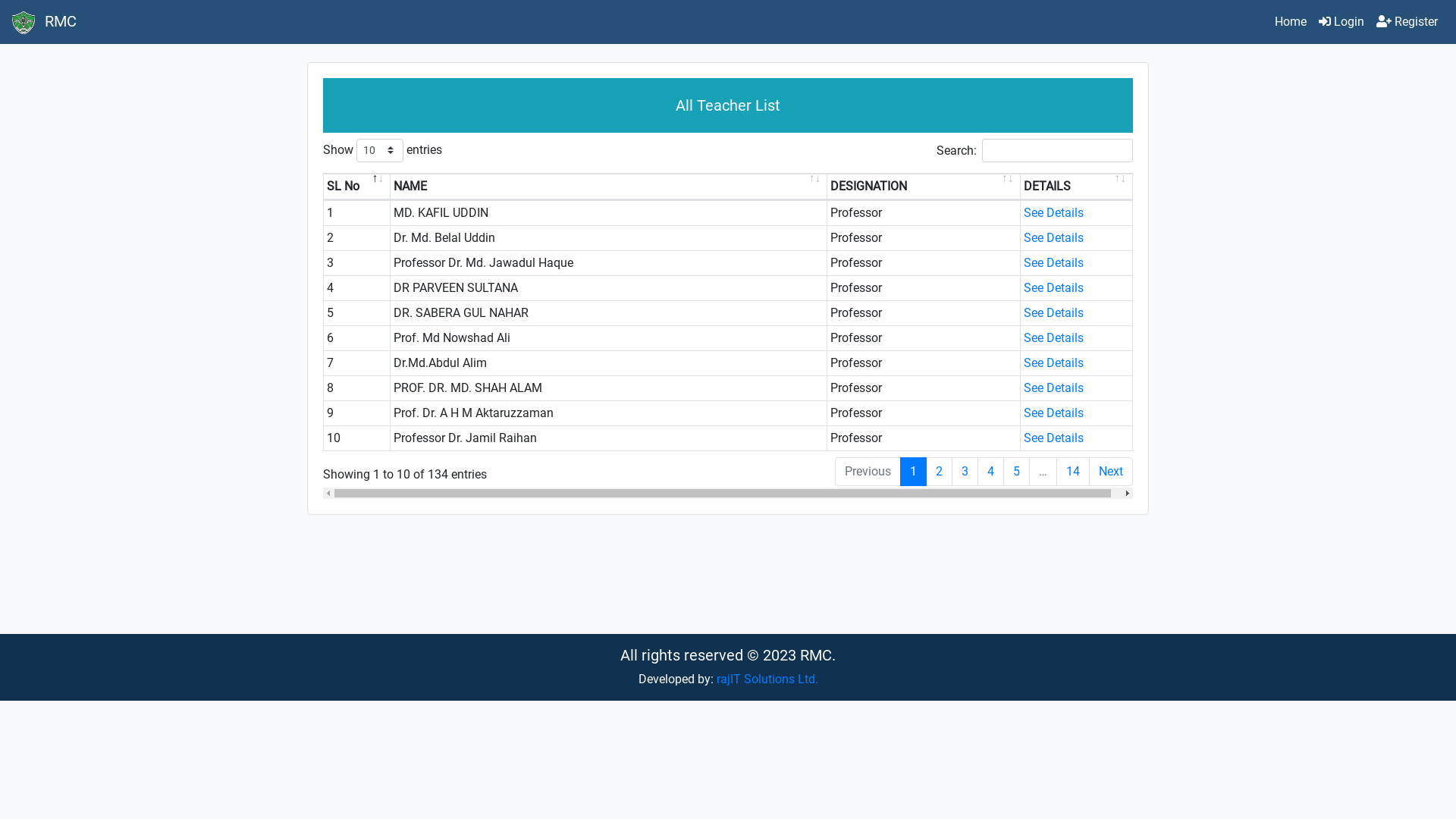 The width and height of the screenshot is (1456, 819). What do you see at coordinates (1053, 362) in the screenshot?
I see `'See Details'` at bounding box center [1053, 362].